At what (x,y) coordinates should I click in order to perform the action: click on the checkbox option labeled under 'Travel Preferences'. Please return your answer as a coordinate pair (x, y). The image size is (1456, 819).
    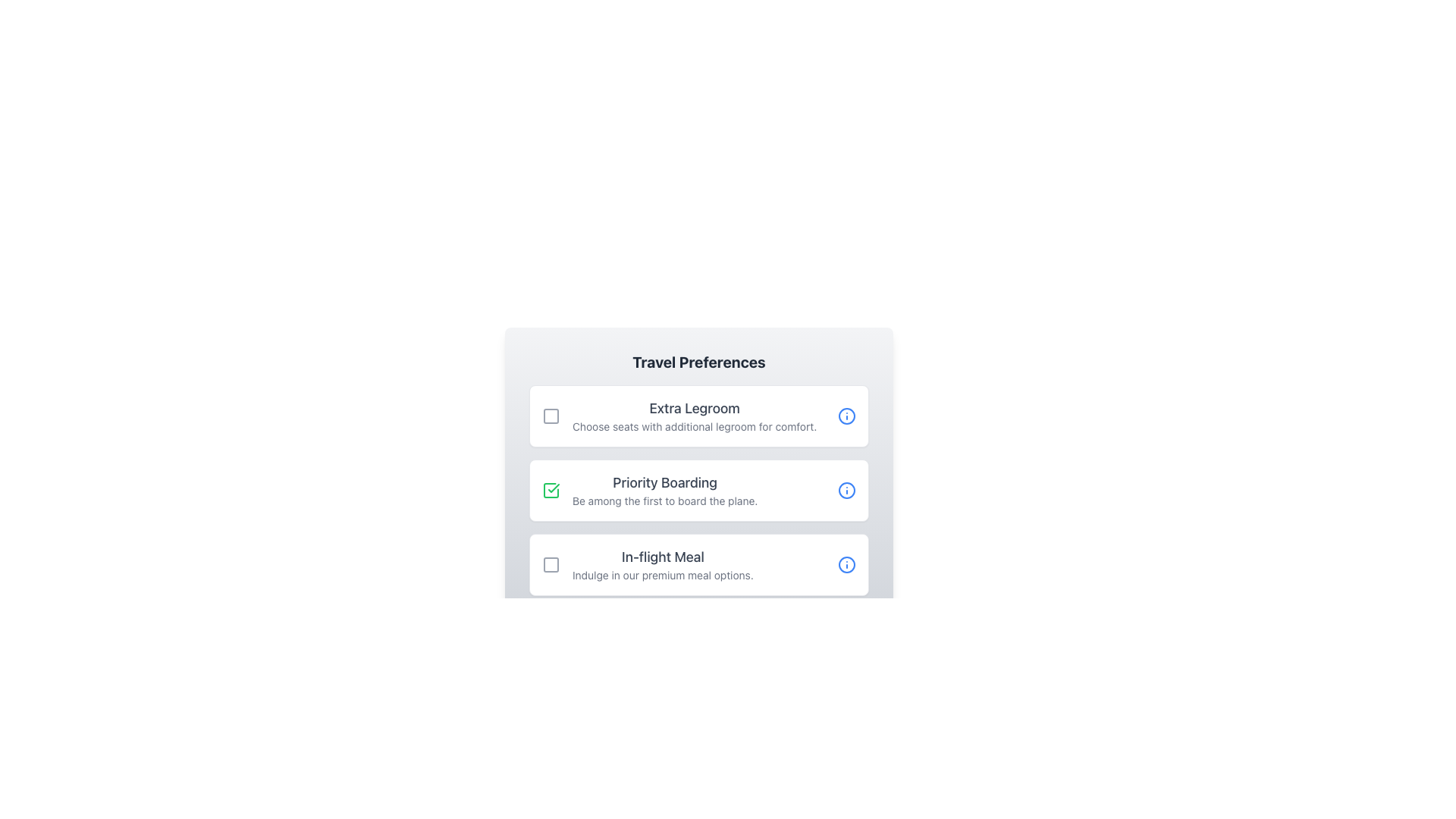
    Looking at the image, I should click on (698, 491).